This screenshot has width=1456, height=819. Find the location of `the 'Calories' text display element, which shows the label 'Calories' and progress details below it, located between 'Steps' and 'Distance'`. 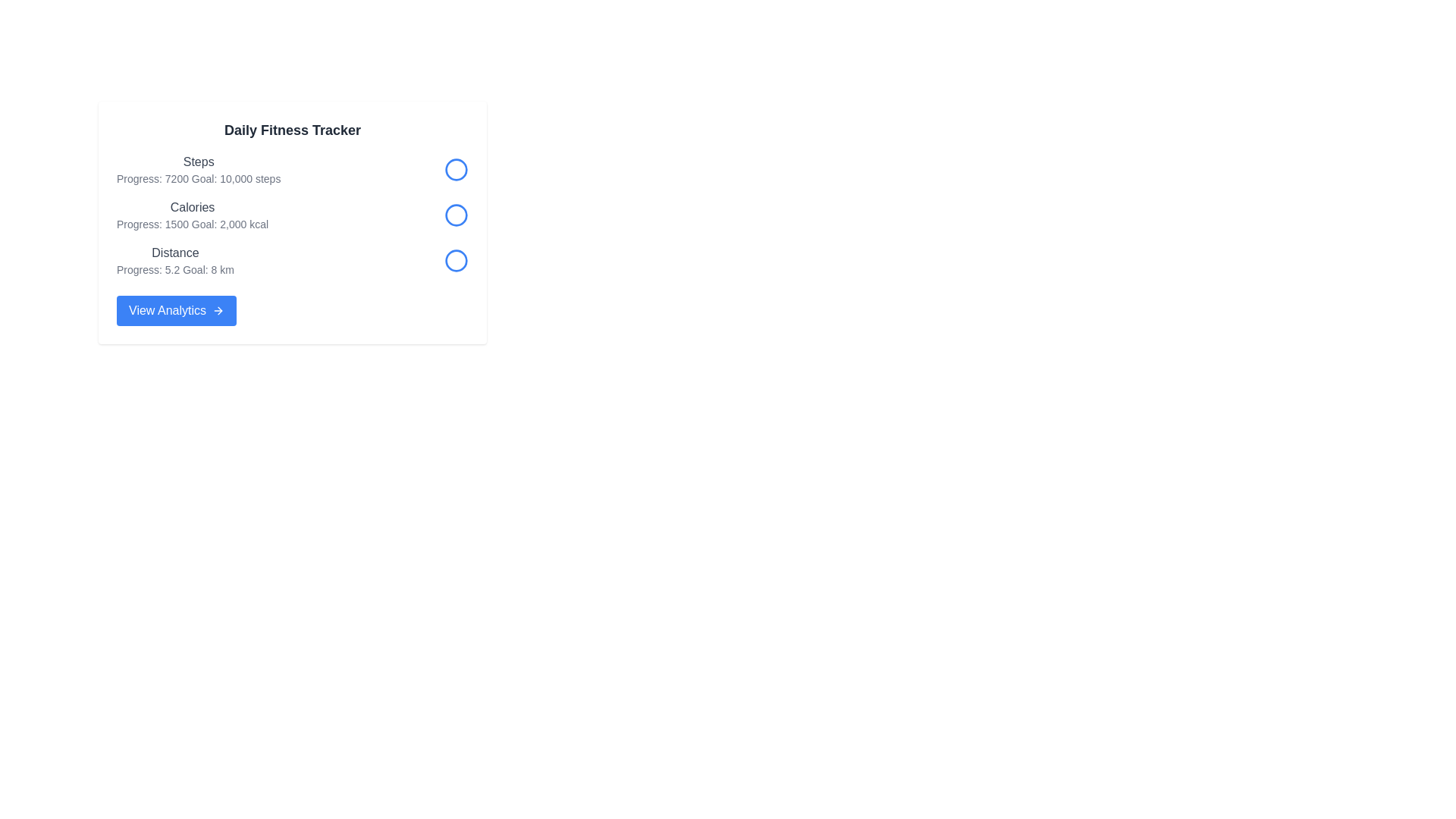

the 'Calories' text display element, which shows the label 'Calories' and progress details below it, located between 'Steps' and 'Distance' is located at coordinates (192, 215).